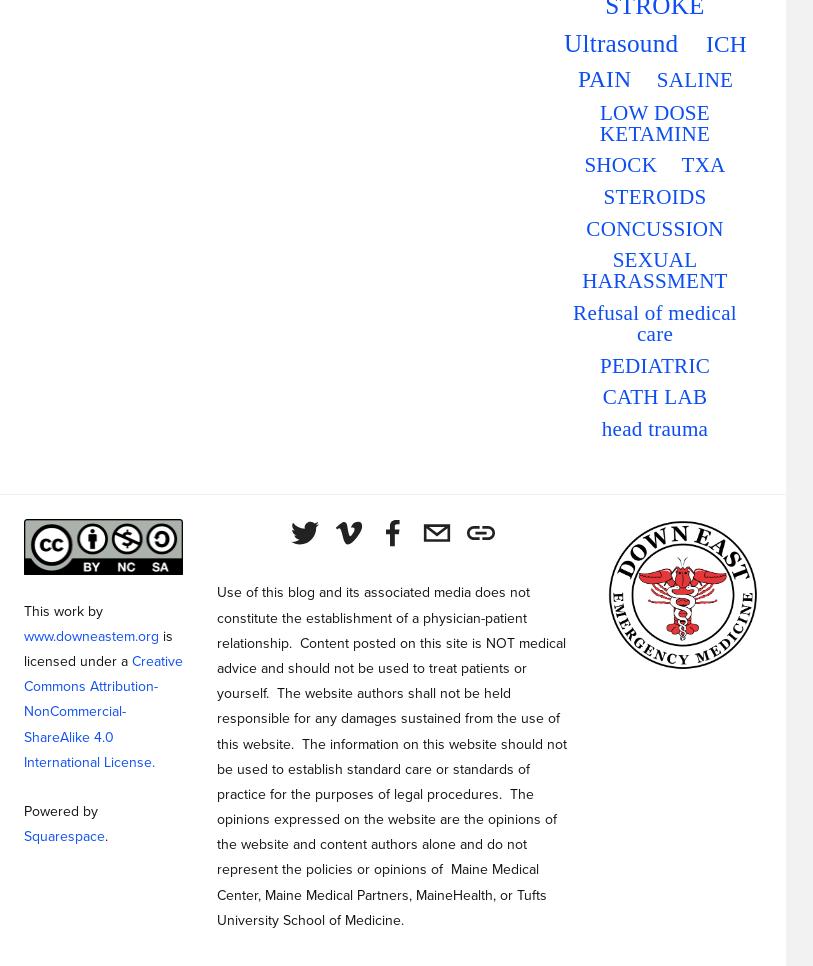 This screenshot has width=813, height=966. I want to click on 'Refusal of medical care', so click(654, 323).